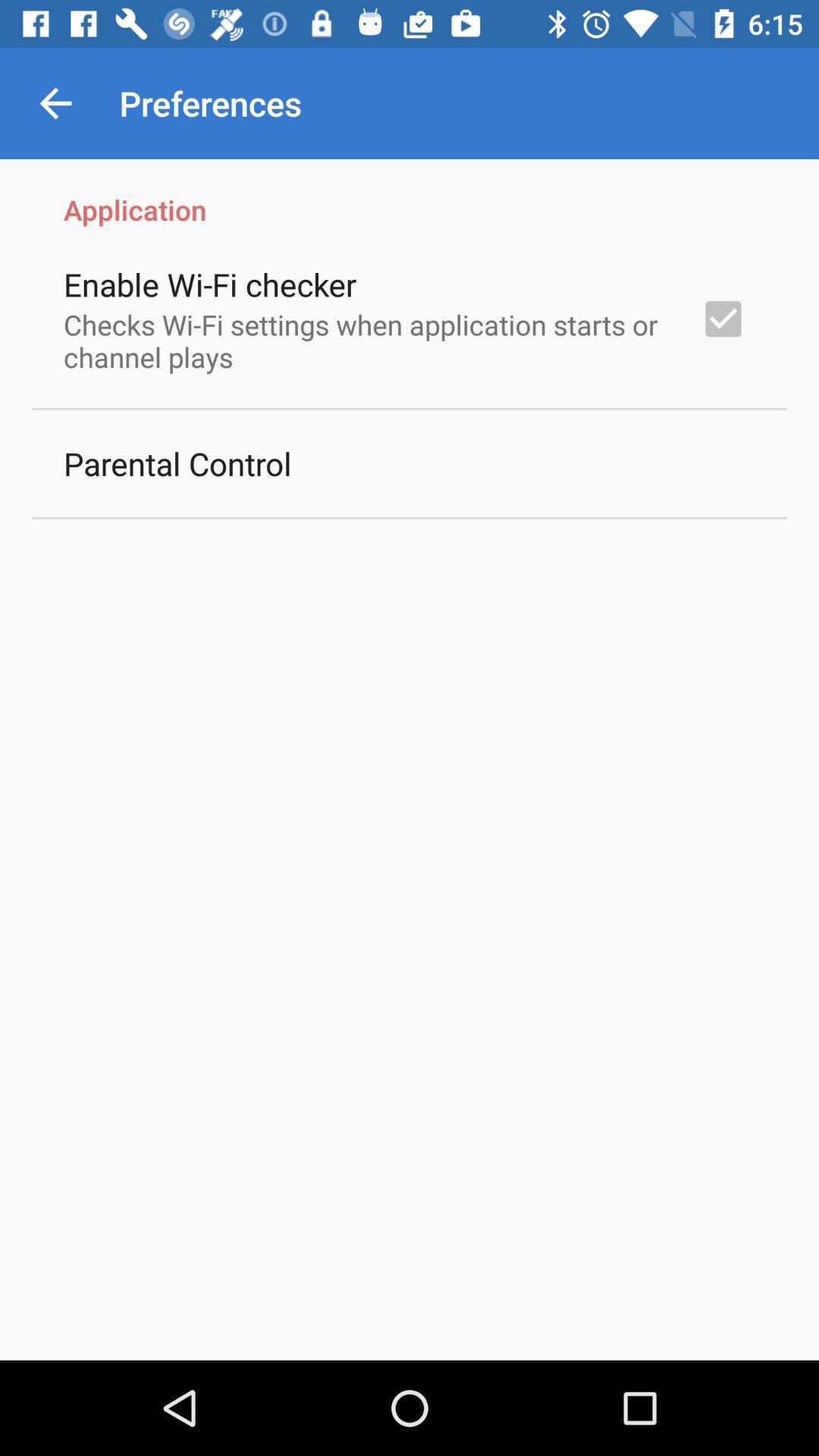 The height and width of the screenshot is (1456, 819). What do you see at coordinates (55, 102) in the screenshot?
I see `the item to the left of the preferences app` at bounding box center [55, 102].